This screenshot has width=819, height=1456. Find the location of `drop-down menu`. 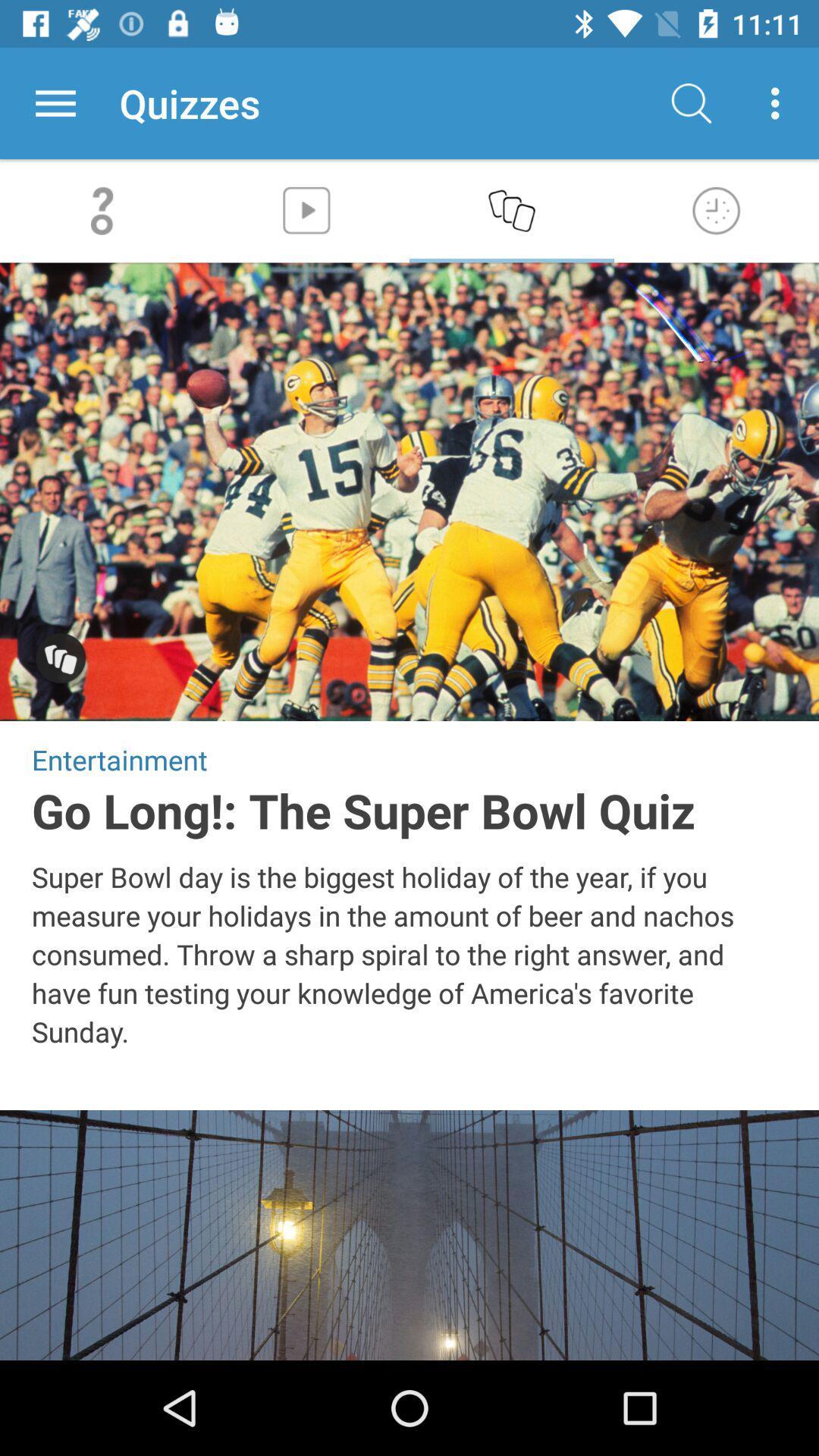

drop-down menu is located at coordinates (55, 102).